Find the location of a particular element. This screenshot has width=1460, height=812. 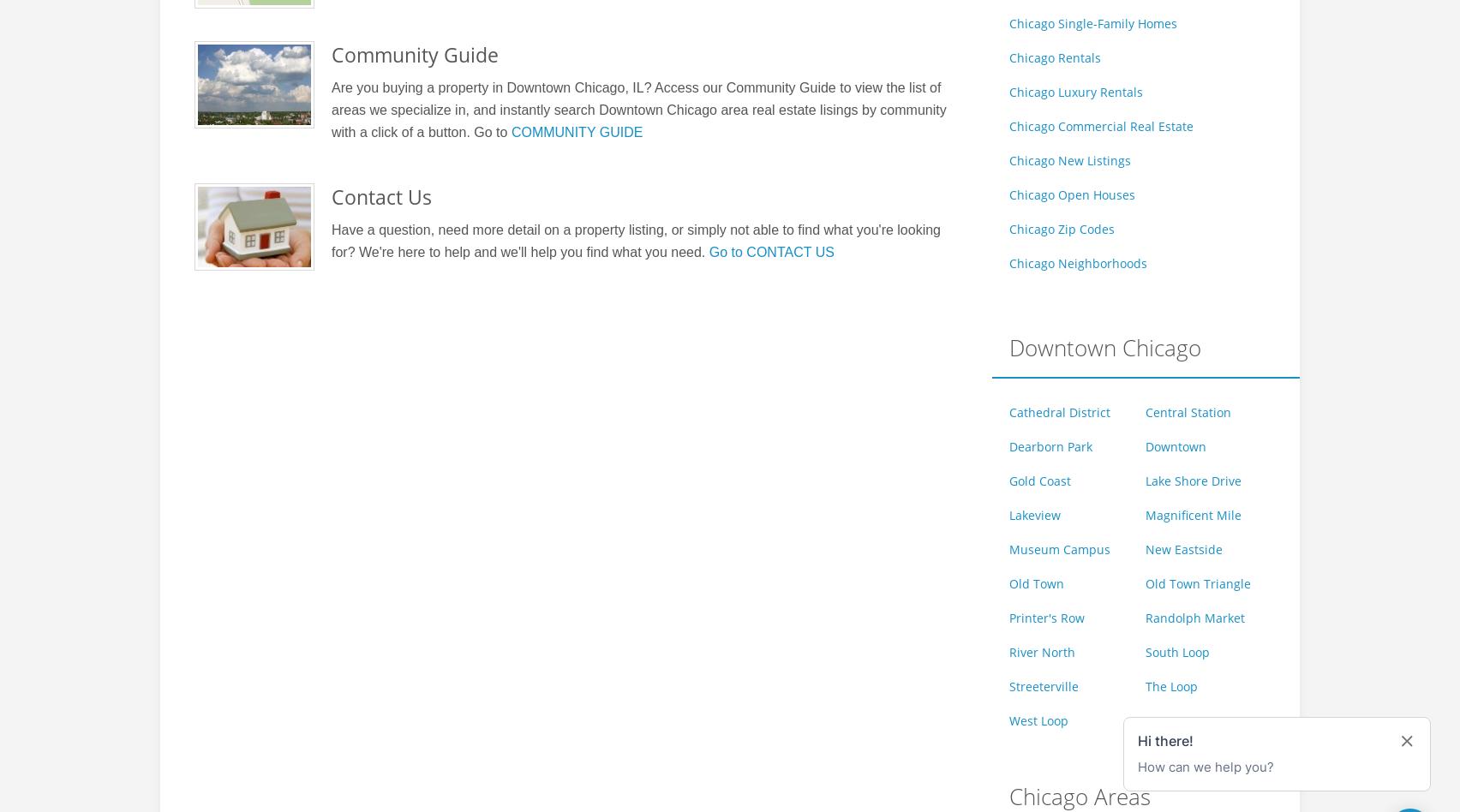

'Chicago Zip Codes' is located at coordinates (1060, 229).